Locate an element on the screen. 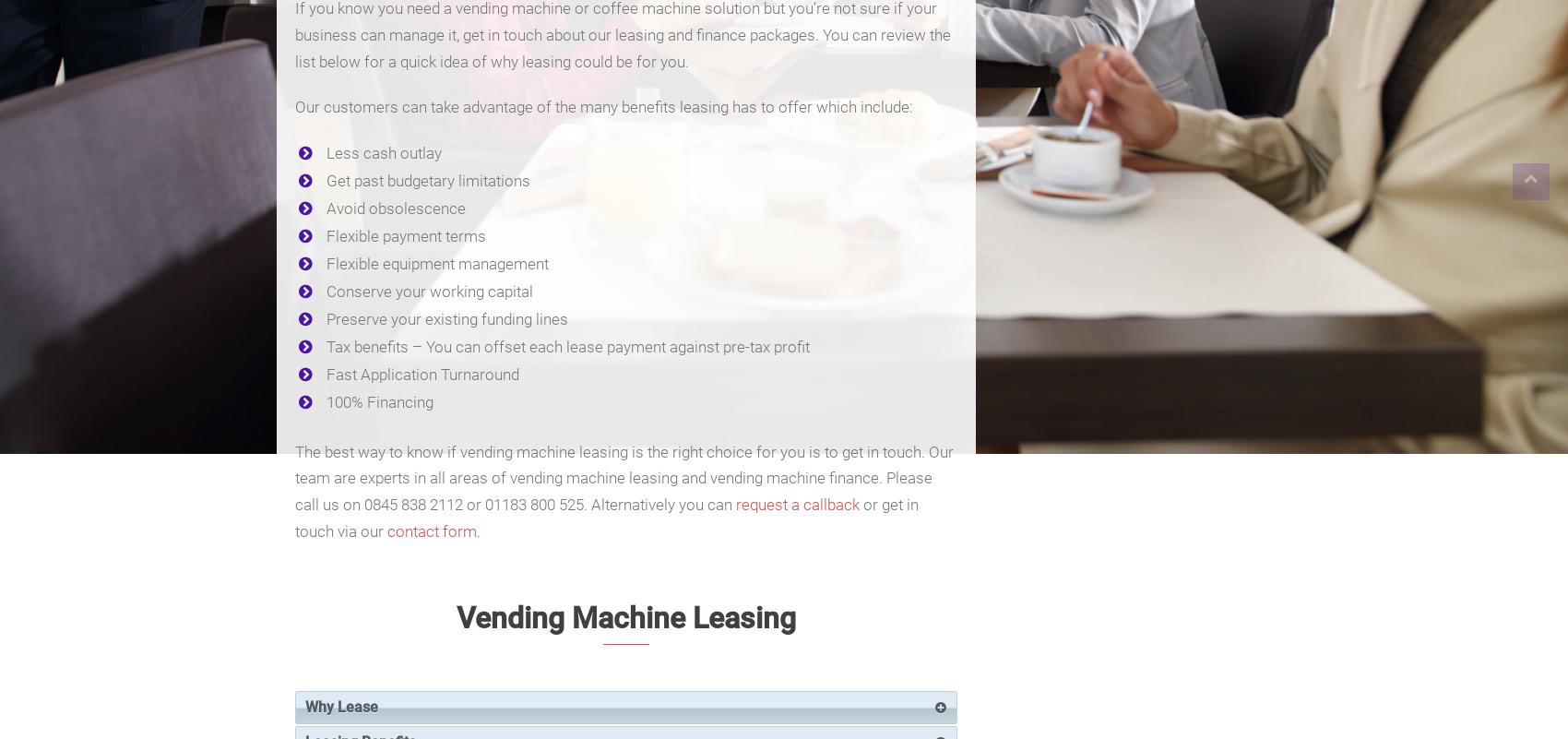  'Less cash outlay' is located at coordinates (325, 152).